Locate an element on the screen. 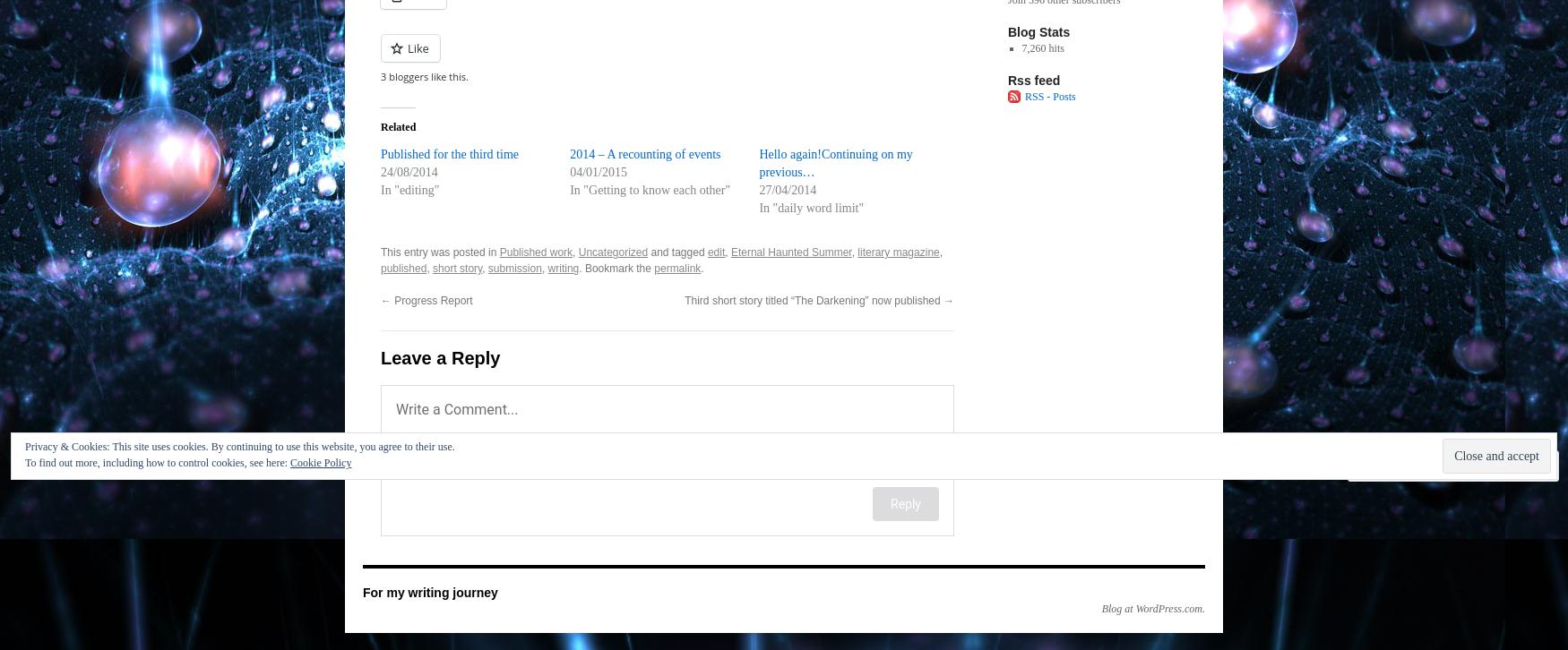 This screenshot has height=650, width=1568. 'Blog Stats' is located at coordinates (1038, 30).